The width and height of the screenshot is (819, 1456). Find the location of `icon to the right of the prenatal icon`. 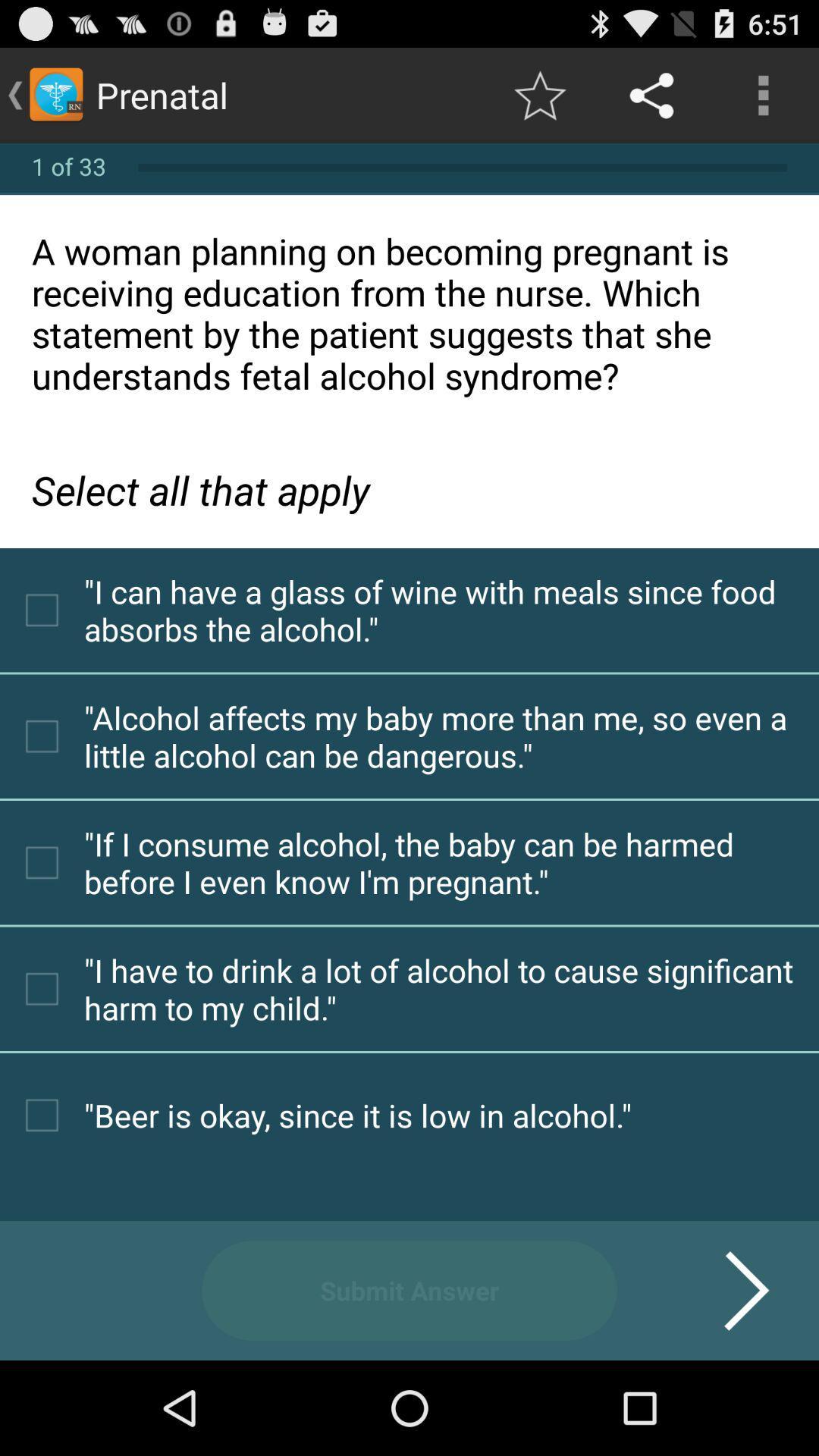

icon to the right of the prenatal icon is located at coordinates (539, 94).